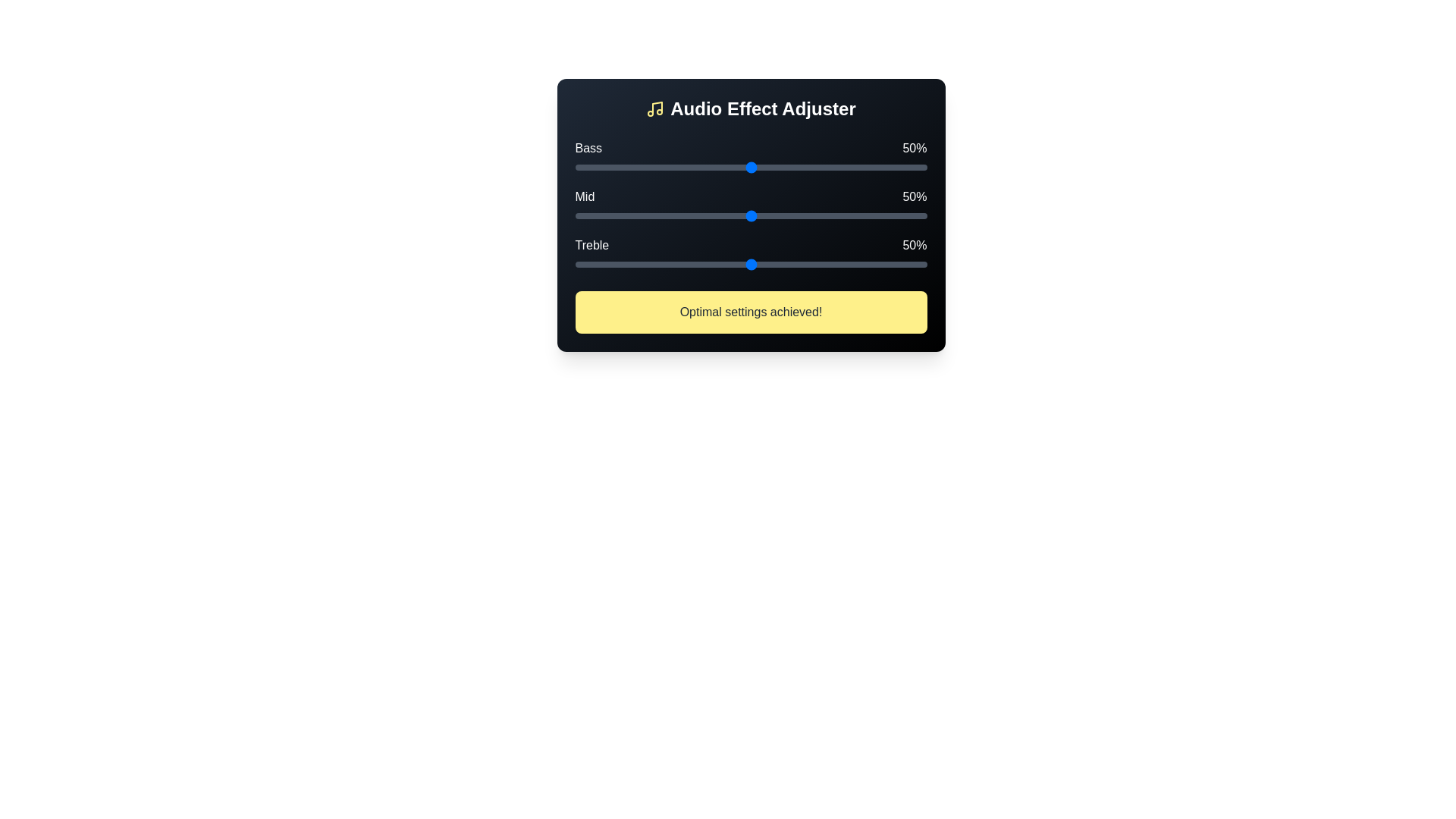 This screenshot has height=819, width=1456. What do you see at coordinates (783, 167) in the screenshot?
I see `the Bass slider to 59% by clicking on the slider track` at bounding box center [783, 167].